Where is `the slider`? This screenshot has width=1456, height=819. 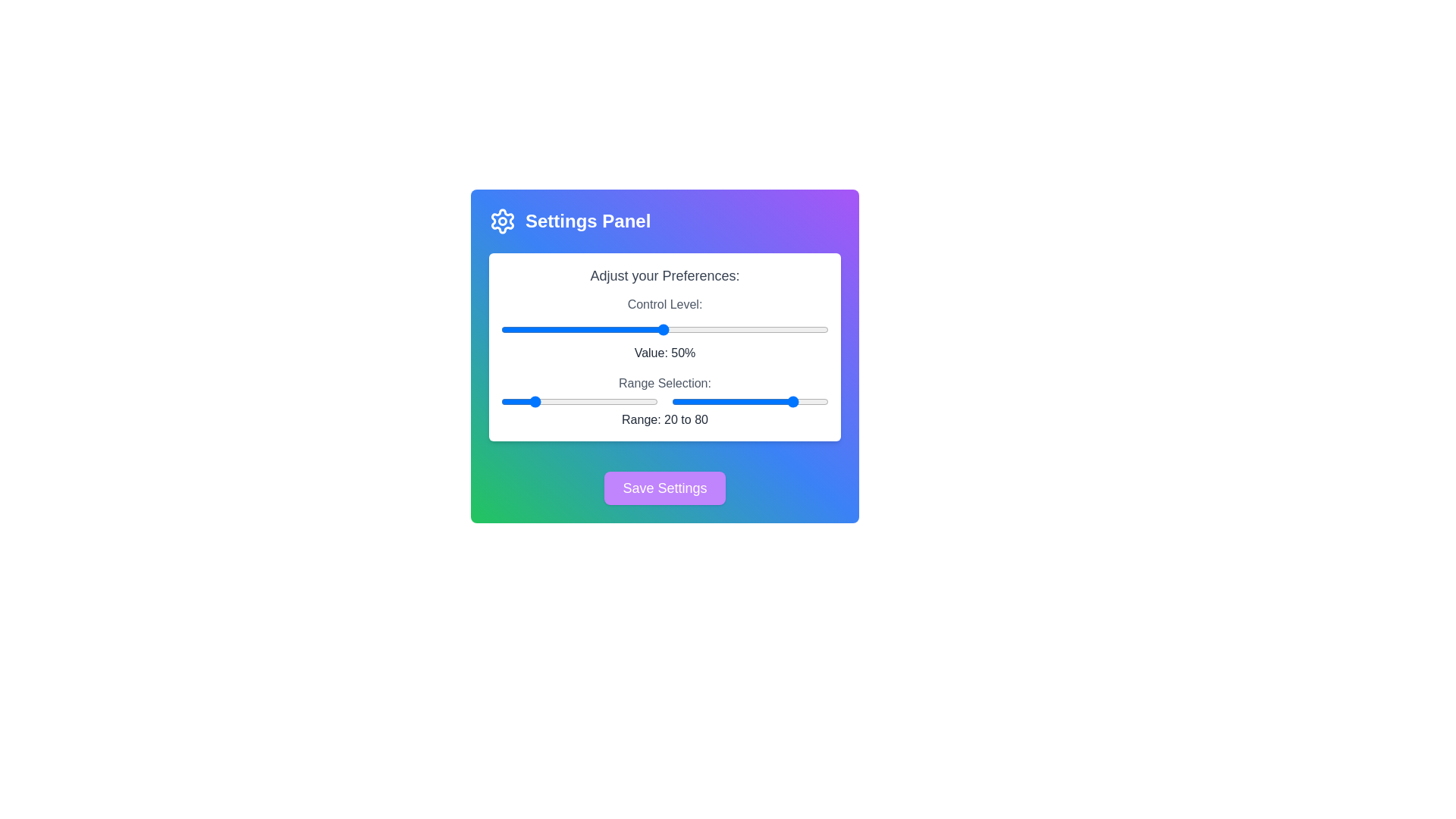
the slider is located at coordinates (721, 400).